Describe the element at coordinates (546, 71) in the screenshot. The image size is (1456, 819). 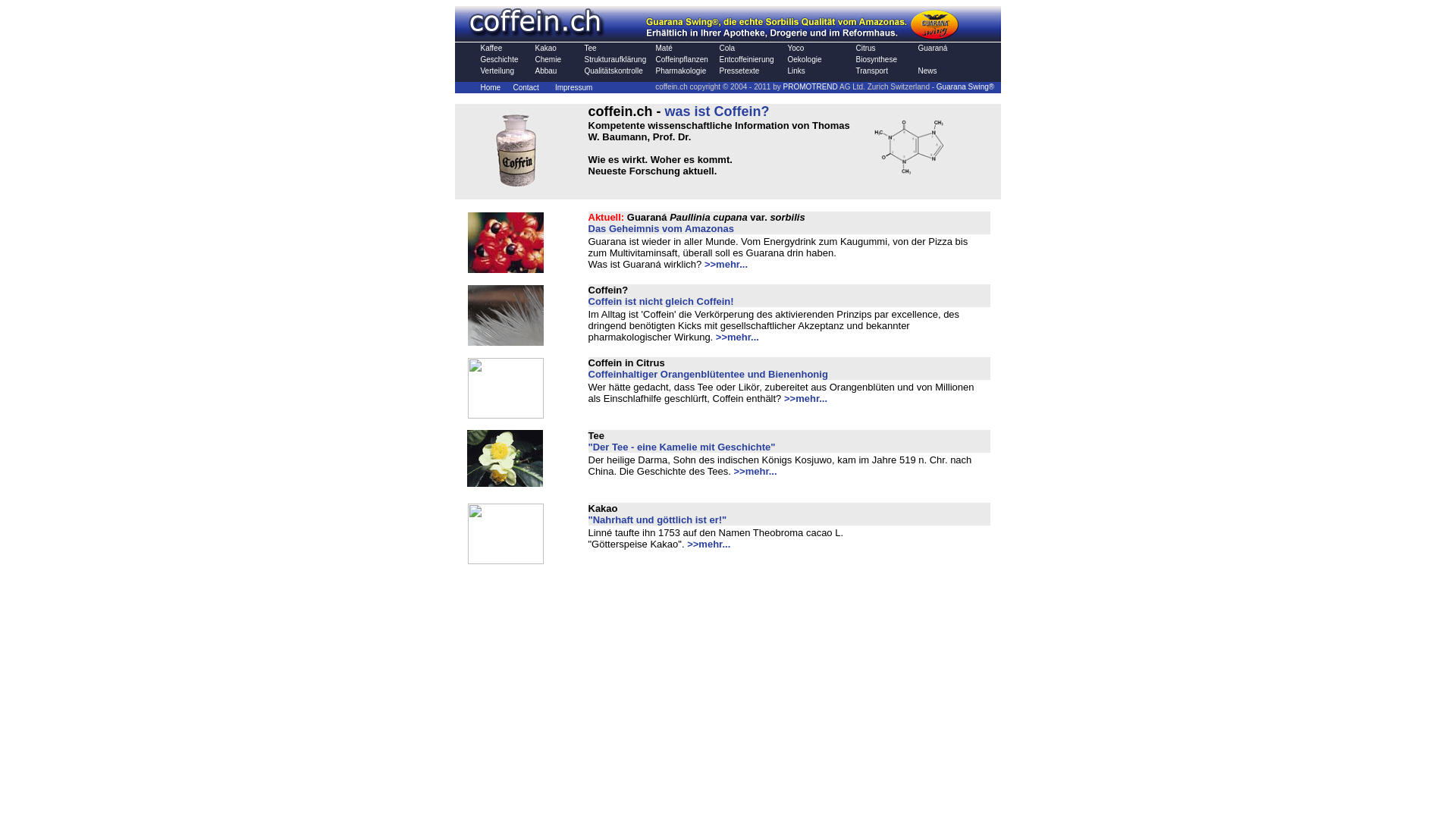
I see `'Abbau'` at that location.